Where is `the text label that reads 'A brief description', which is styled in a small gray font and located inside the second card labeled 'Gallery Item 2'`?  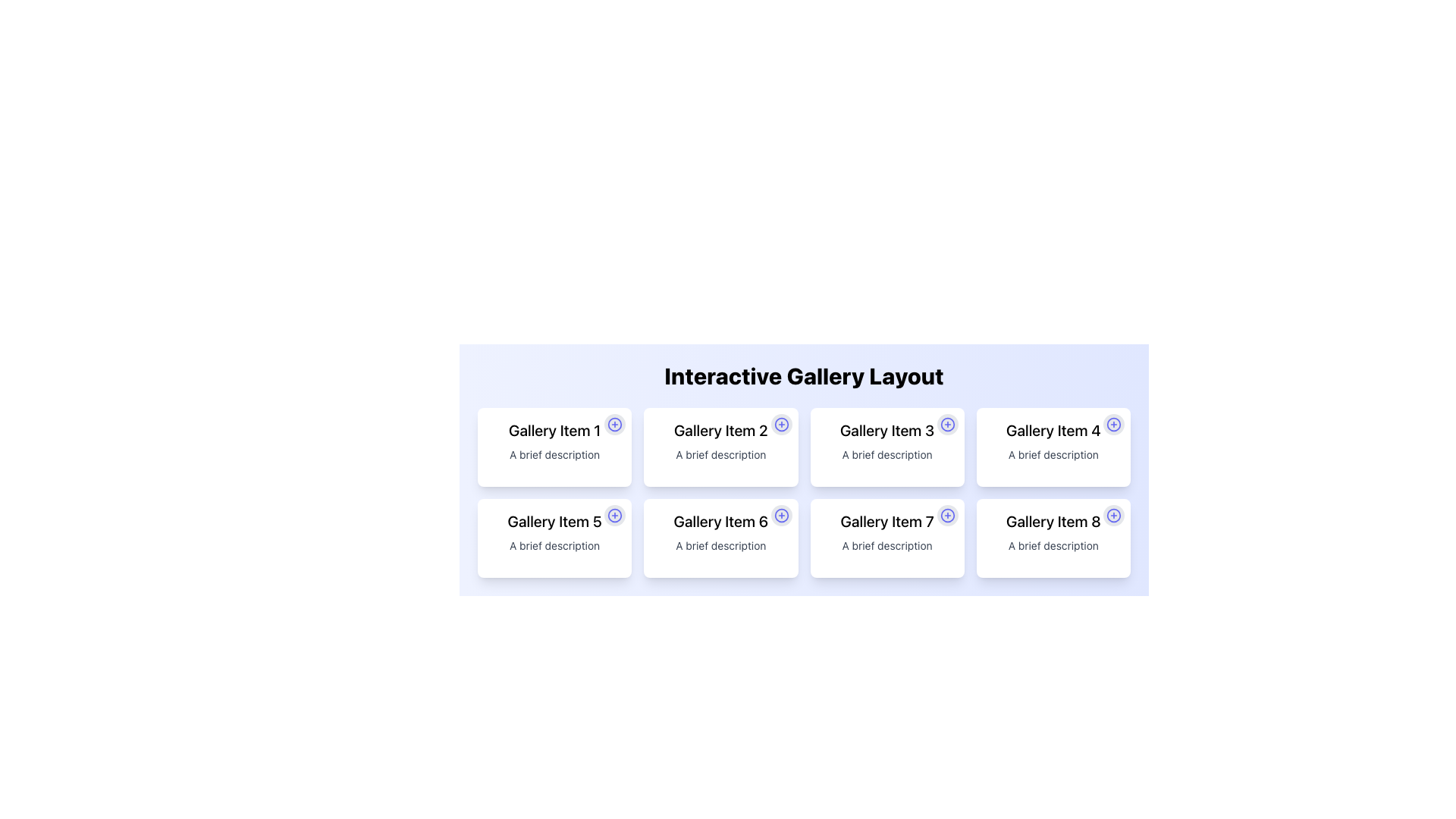
the text label that reads 'A brief description', which is styled in a small gray font and located inside the second card labeled 'Gallery Item 2' is located at coordinates (720, 454).